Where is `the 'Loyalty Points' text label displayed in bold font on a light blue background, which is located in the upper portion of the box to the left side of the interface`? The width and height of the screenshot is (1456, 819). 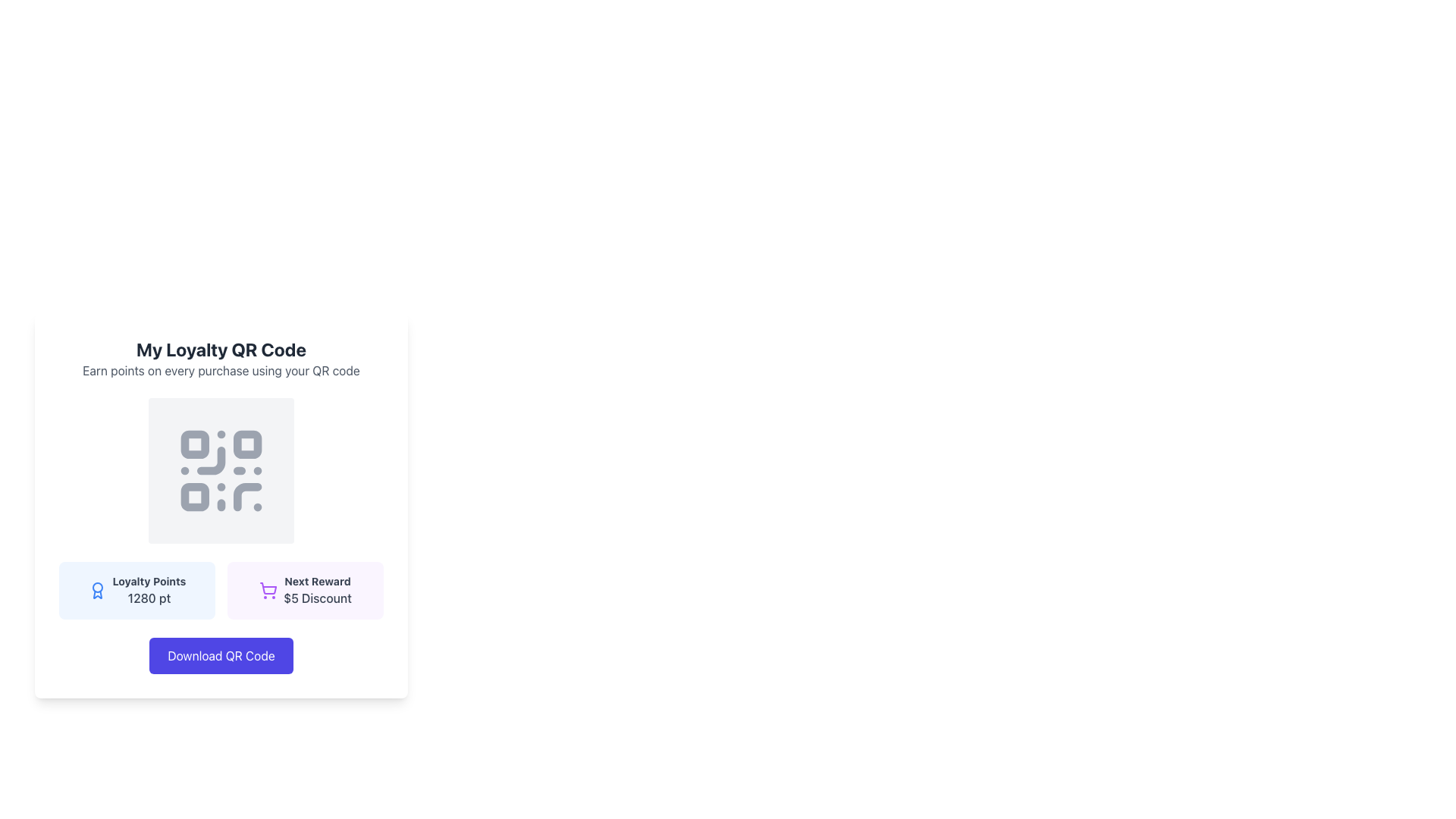 the 'Loyalty Points' text label displayed in bold font on a light blue background, which is located in the upper portion of the box to the left side of the interface is located at coordinates (149, 581).